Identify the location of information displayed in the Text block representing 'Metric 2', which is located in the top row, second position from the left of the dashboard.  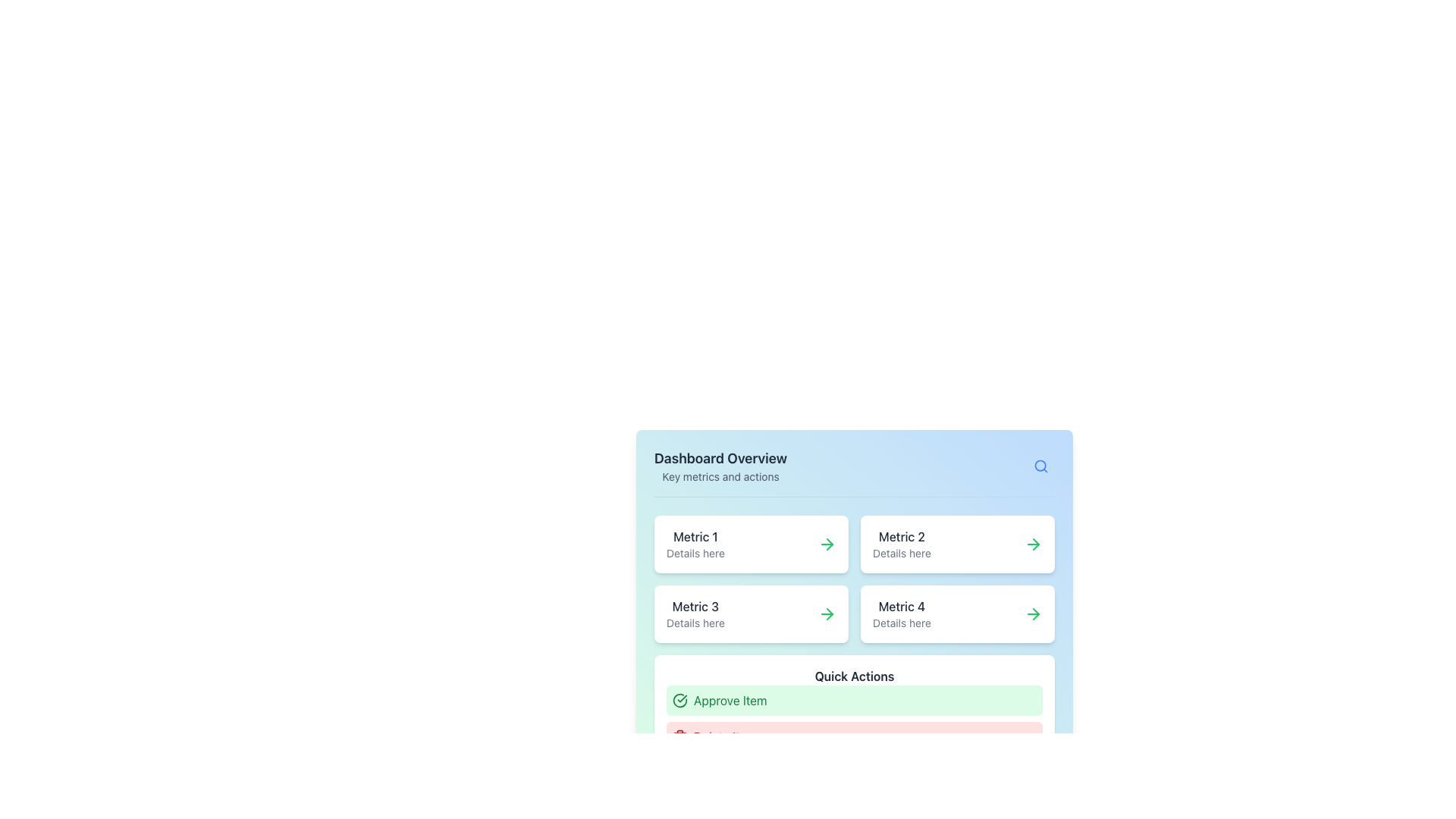
(902, 543).